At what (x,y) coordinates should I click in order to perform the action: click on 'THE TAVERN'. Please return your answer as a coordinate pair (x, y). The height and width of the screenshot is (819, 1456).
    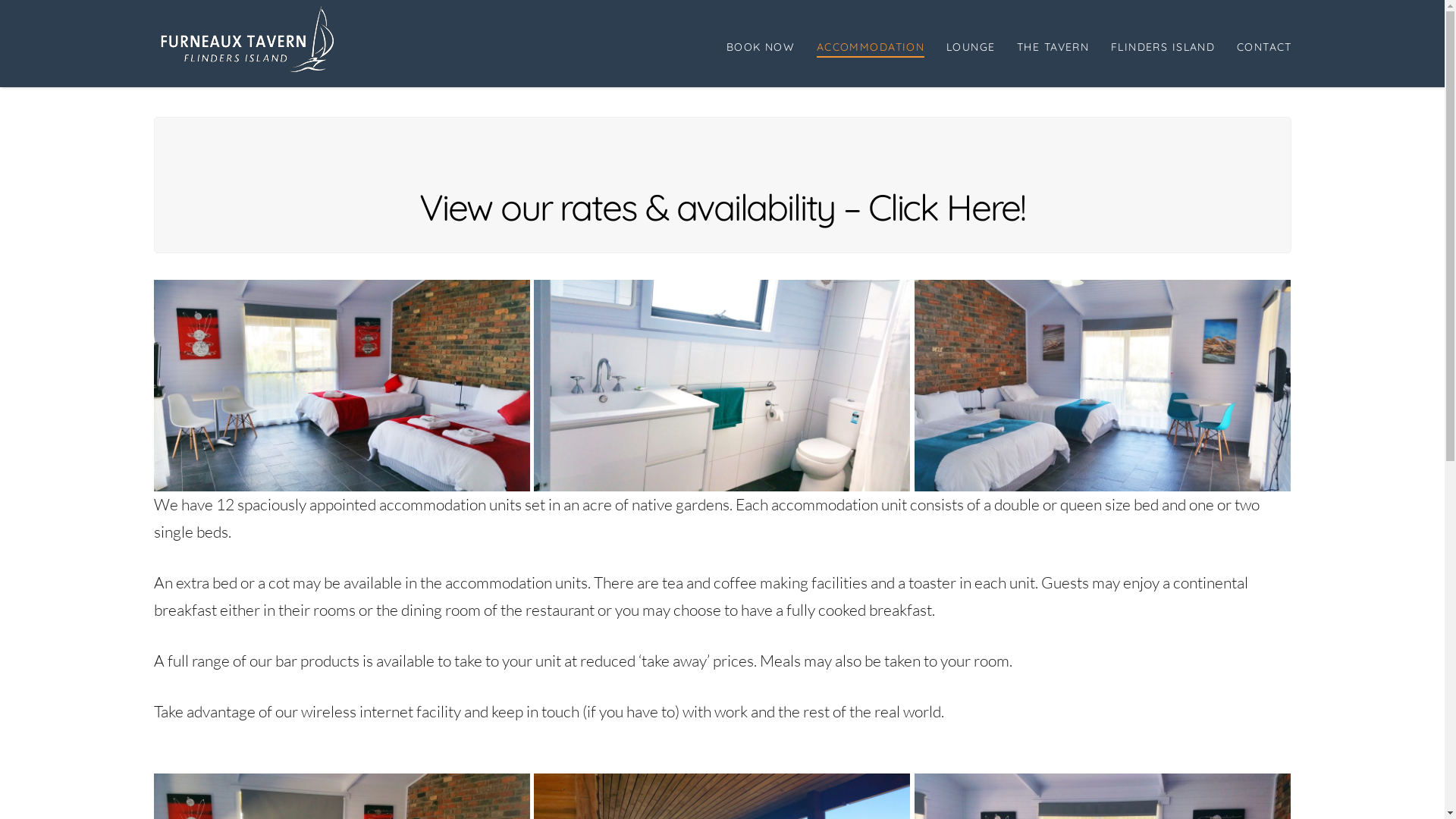
    Looking at the image, I should click on (1051, 42).